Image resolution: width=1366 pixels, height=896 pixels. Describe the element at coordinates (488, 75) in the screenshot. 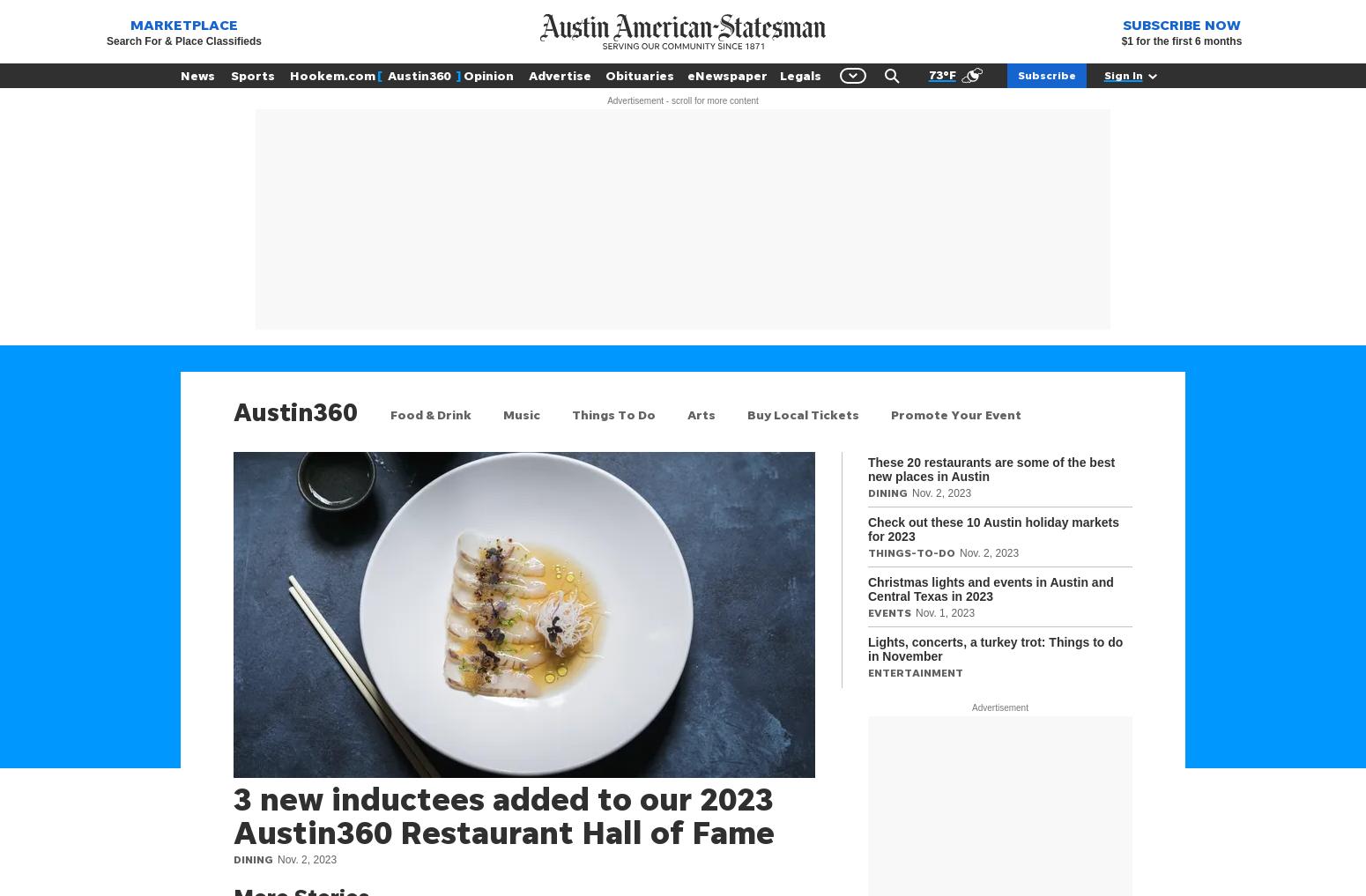

I see `'Opinion'` at that location.